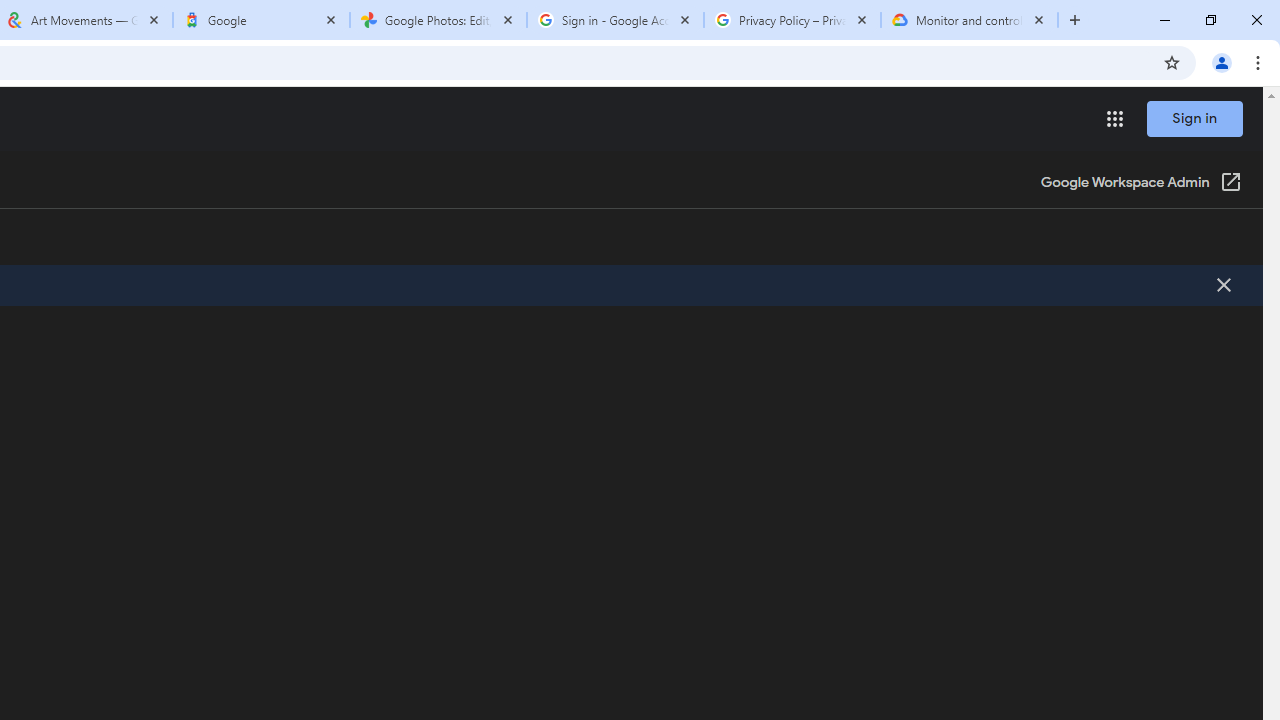  I want to click on 'Google Workspace Admin (Open in a new window)', so click(1141, 183).